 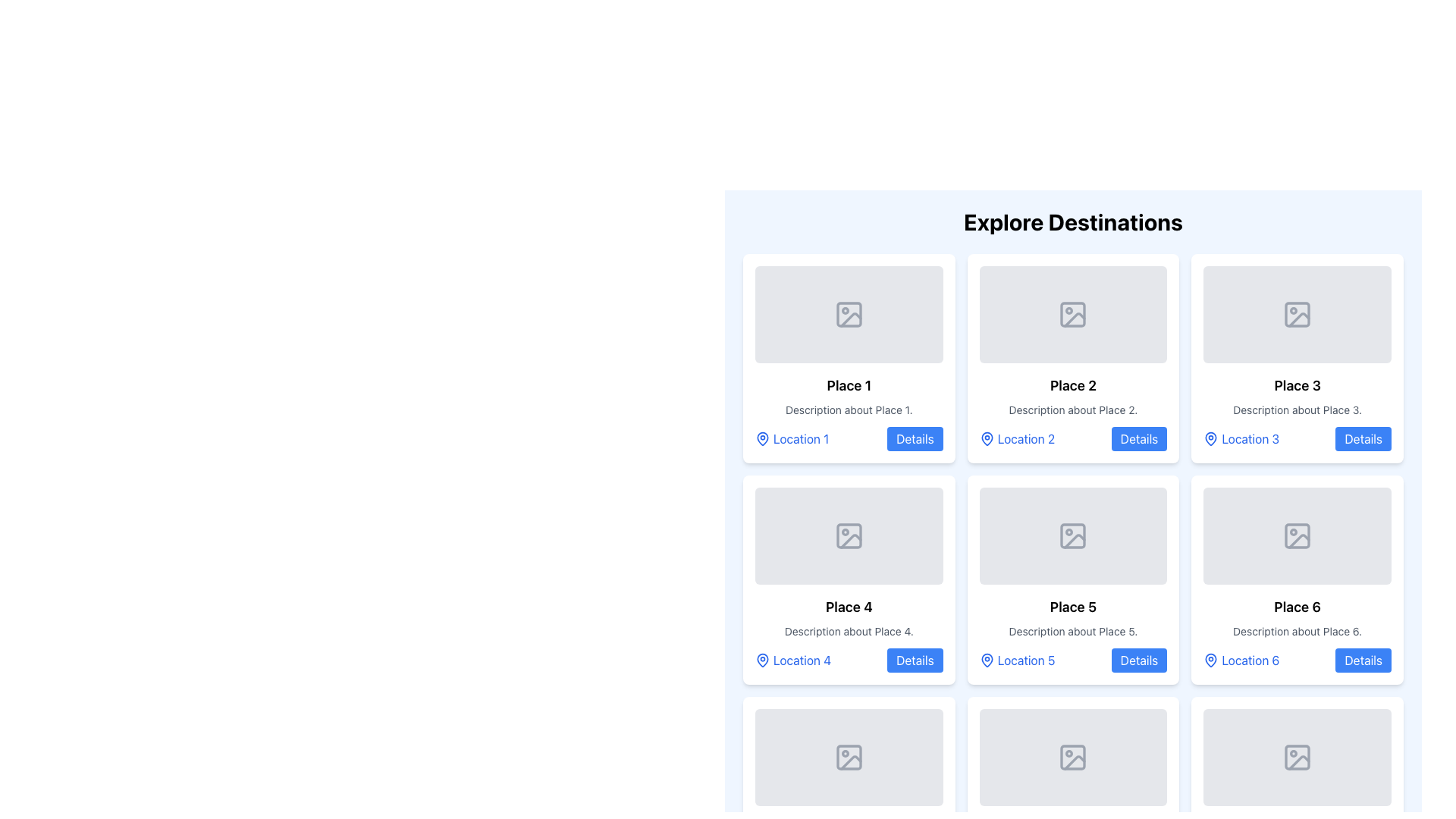 What do you see at coordinates (1297, 758) in the screenshot?
I see `the gray rounded square icon representing an image placeholder located in the 'Place 6' card at the bottom-center of the grid layout` at bounding box center [1297, 758].